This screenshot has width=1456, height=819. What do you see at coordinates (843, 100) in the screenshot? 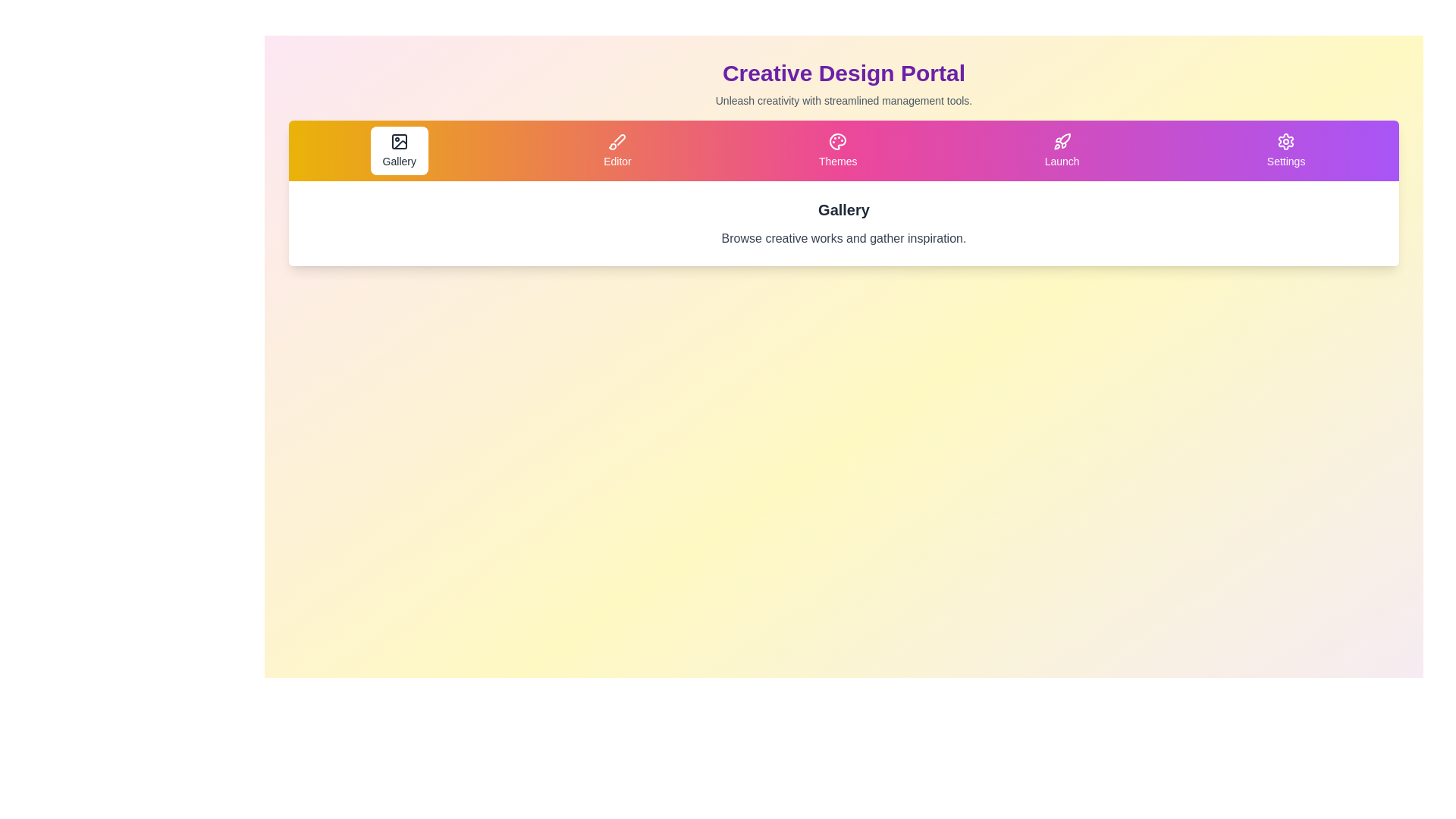
I see `the Text Label that provides supporting information directly below the title 'Creative Design Portal', which is centered horizontally in the header section` at bounding box center [843, 100].